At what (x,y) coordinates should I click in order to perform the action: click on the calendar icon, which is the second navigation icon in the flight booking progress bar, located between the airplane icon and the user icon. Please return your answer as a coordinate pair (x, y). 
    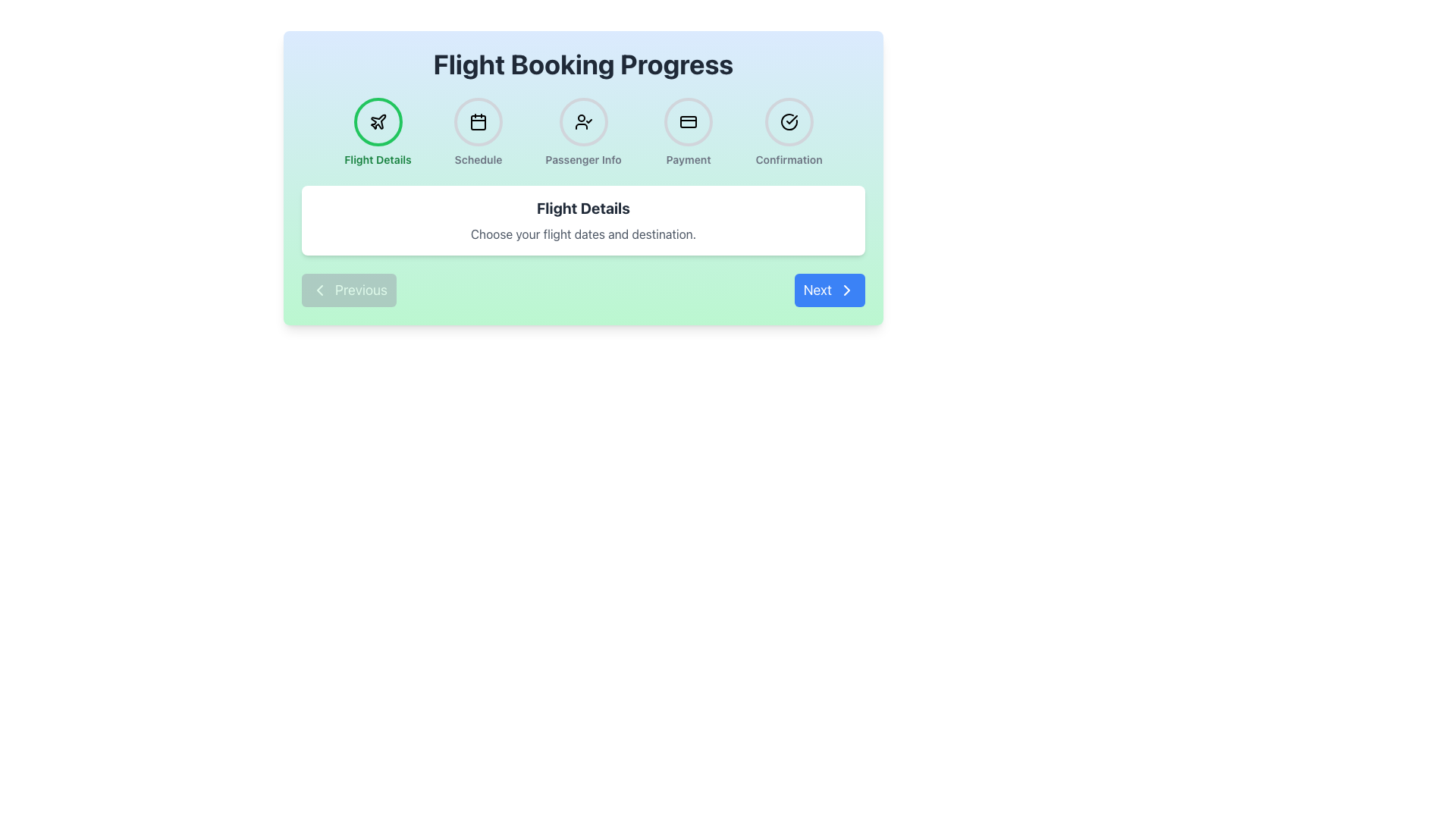
    Looking at the image, I should click on (478, 121).